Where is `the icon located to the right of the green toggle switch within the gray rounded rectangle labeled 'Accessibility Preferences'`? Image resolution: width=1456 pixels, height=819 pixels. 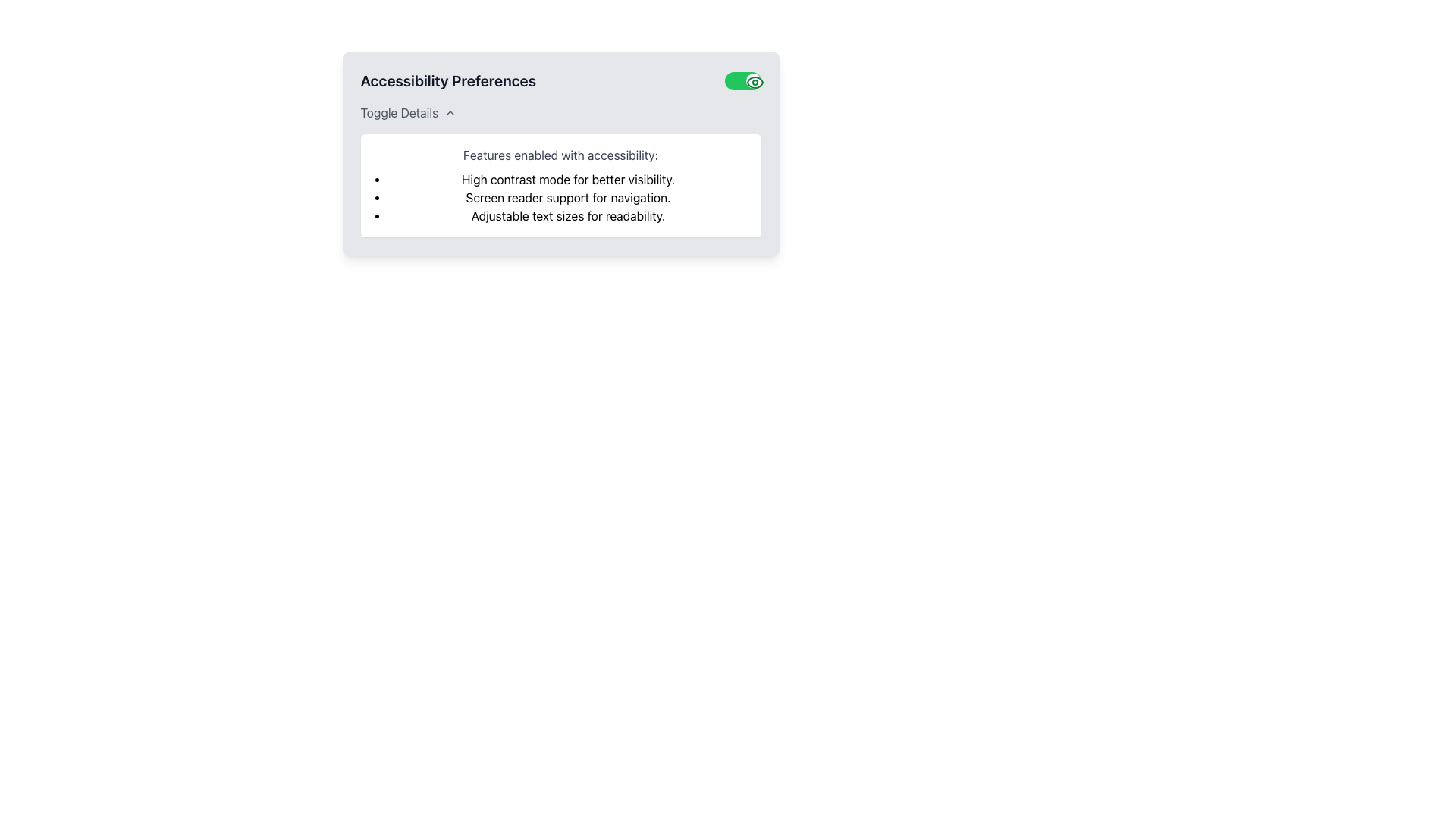 the icon located to the right of the green toggle switch within the gray rounded rectangle labeled 'Accessibility Preferences' is located at coordinates (755, 82).